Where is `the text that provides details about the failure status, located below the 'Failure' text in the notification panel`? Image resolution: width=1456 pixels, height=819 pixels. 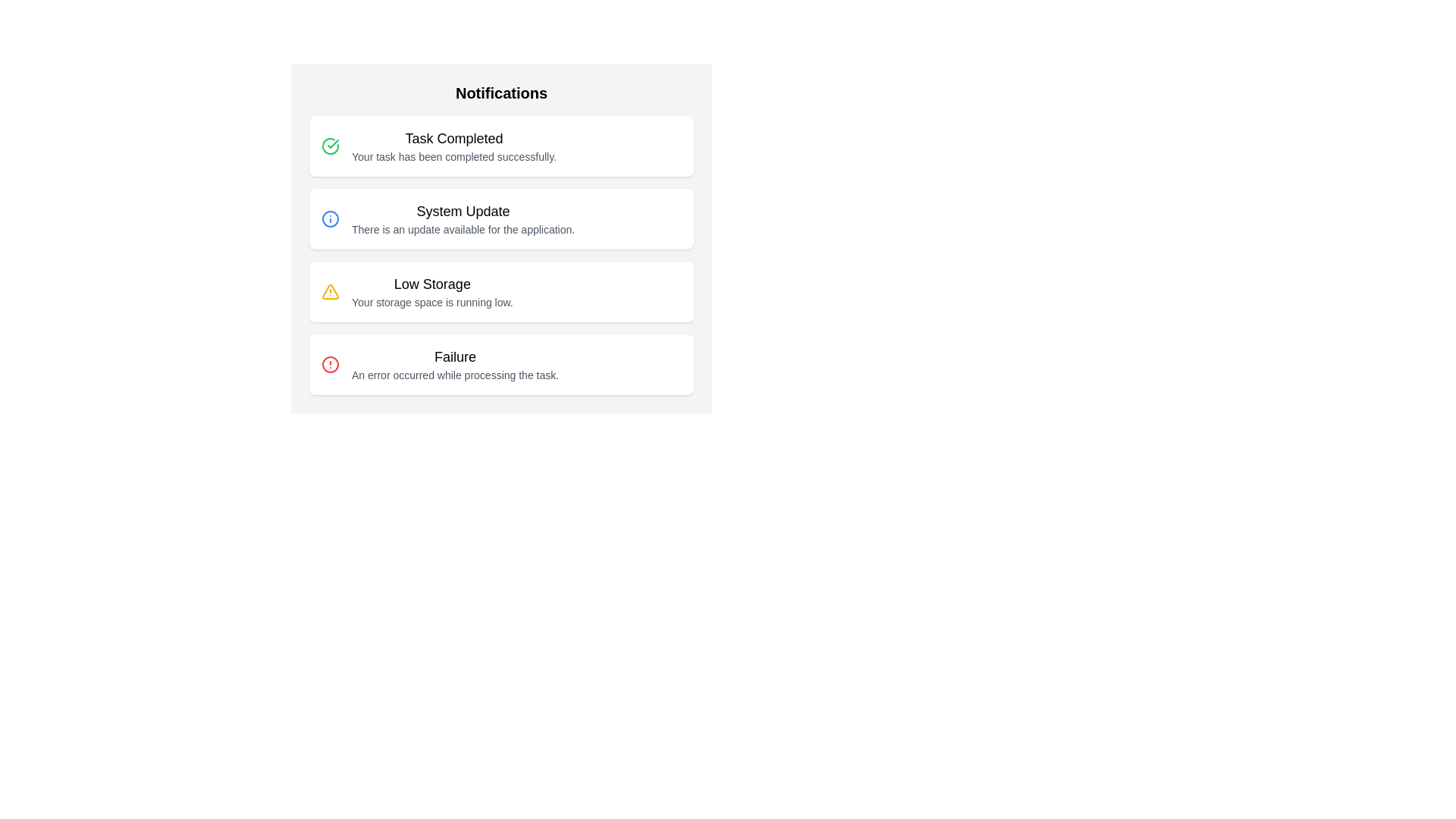
the text that provides details about the failure status, located below the 'Failure' text in the notification panel is located at coordinates (454, 375).